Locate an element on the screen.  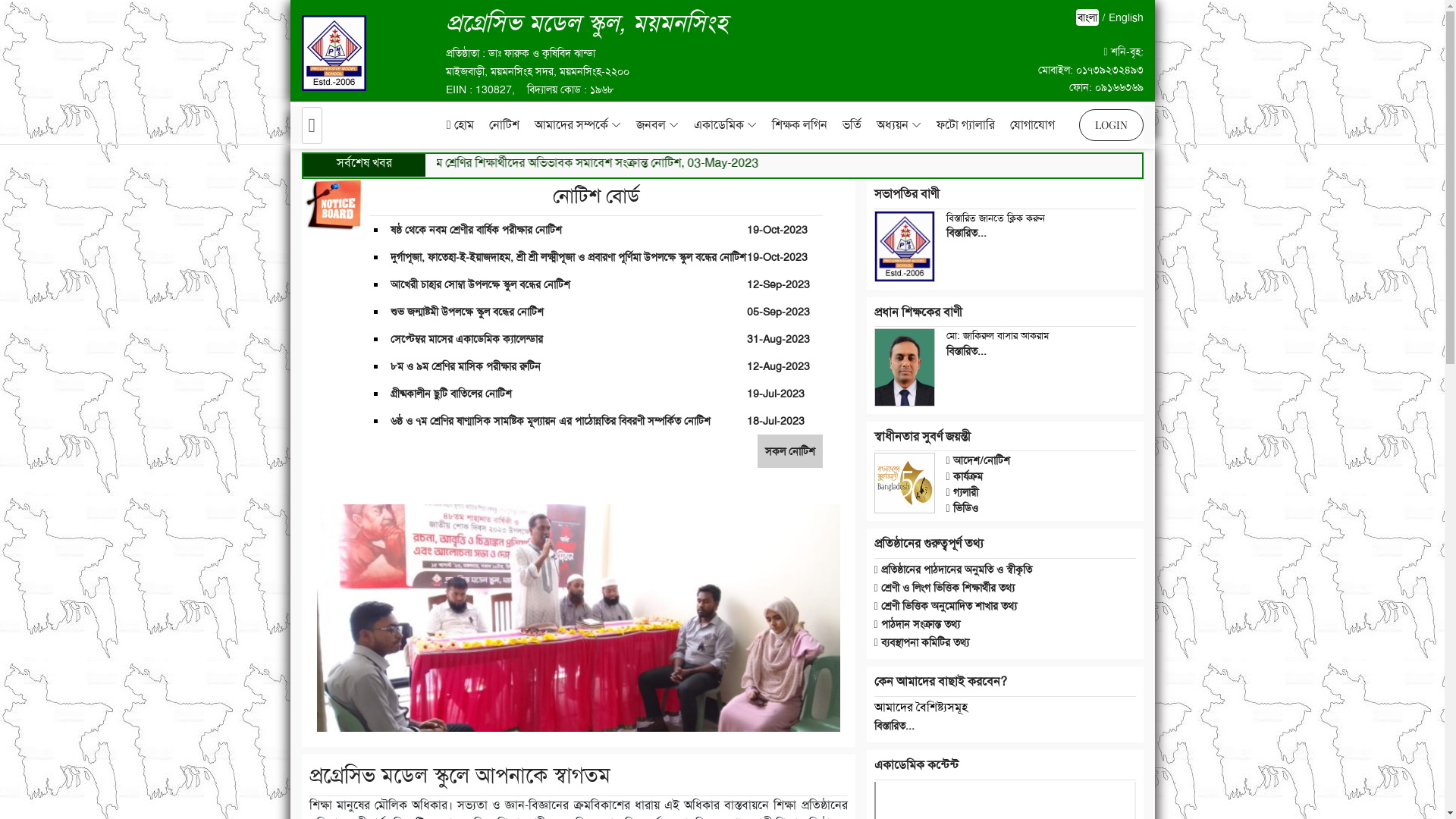
'31-Aug-2023' is located at coordinates (778, 338).